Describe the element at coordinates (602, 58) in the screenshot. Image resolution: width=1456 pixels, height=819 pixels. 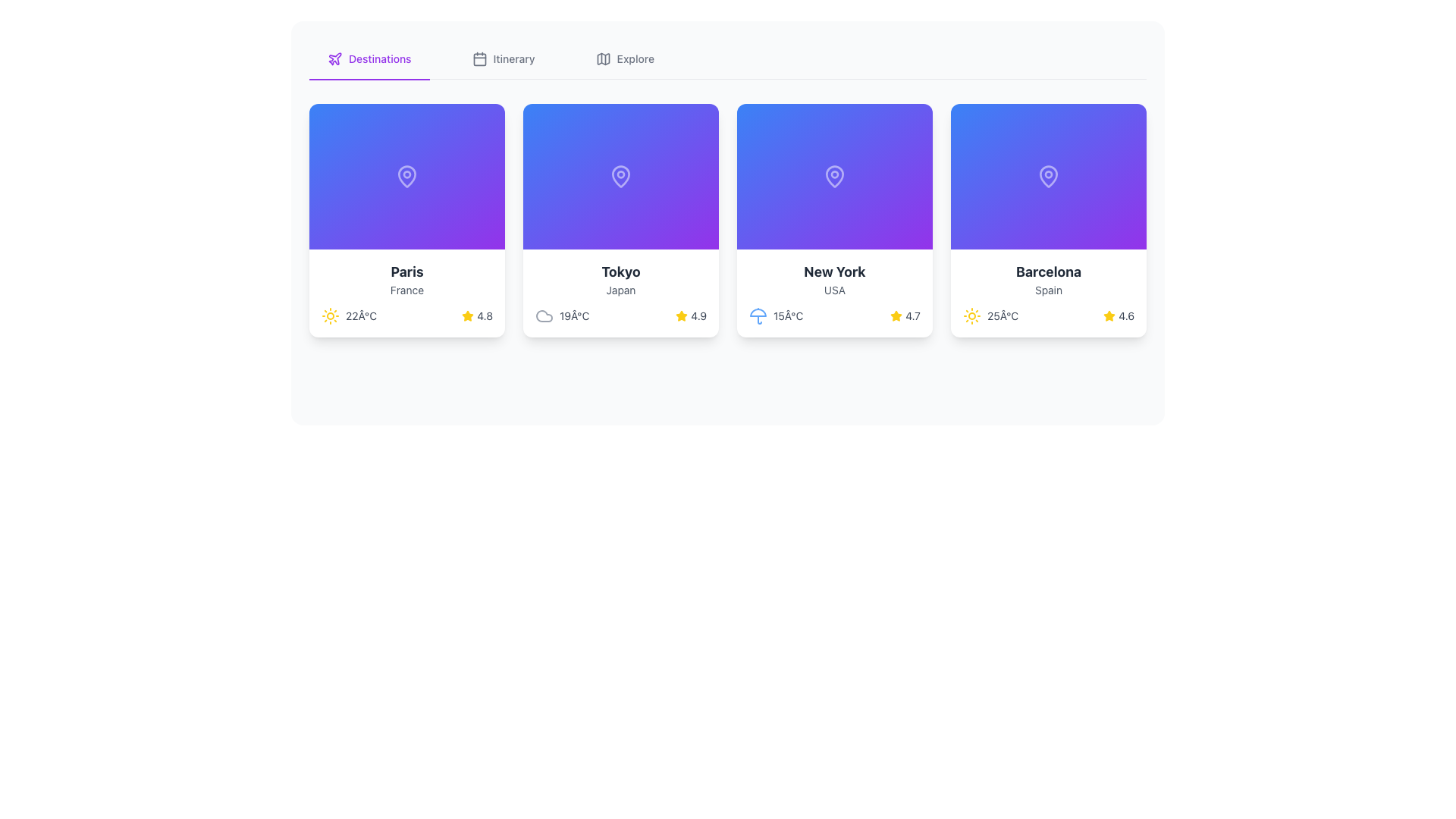
I see `the map-like icon located in the navigation bar under the 'Explore' label` at that location.